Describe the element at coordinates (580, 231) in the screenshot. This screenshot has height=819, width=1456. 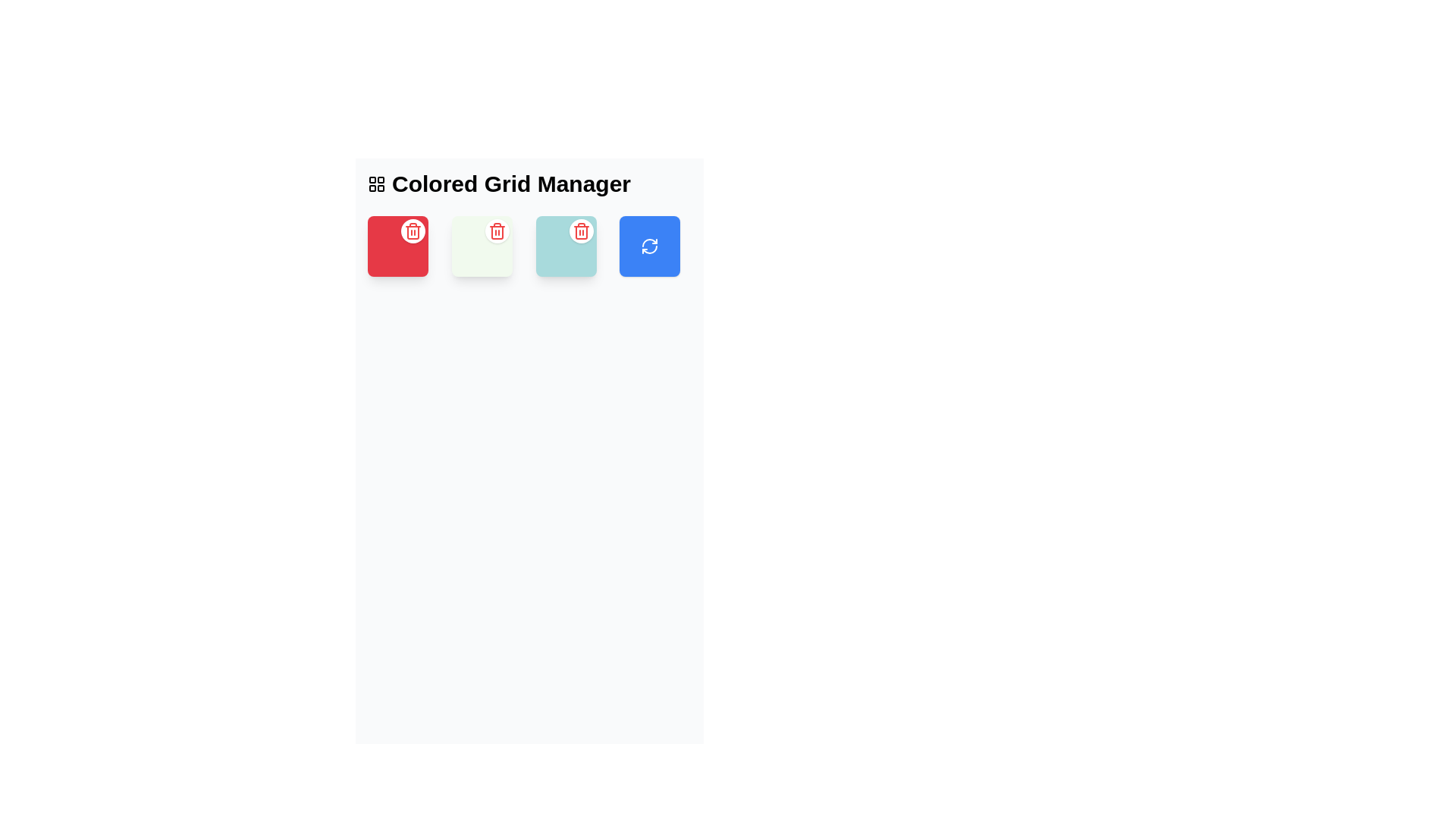
I see `the red trash bin icon button located inside a circular white background, positioned at the top-right corner of the third cyan grid item` at that location.